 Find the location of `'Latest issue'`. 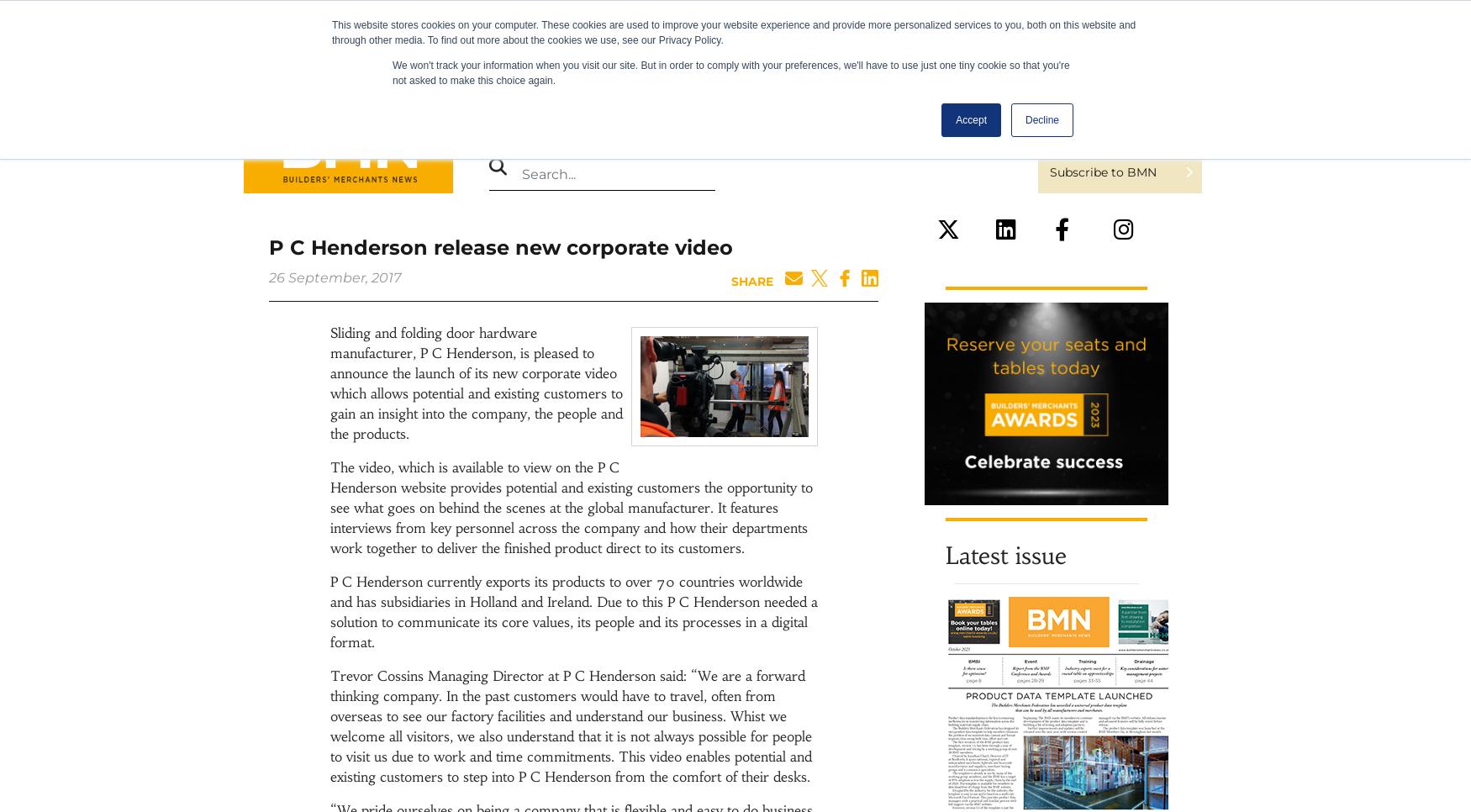

'Latest issue' is located at coordinates (1006, 556).